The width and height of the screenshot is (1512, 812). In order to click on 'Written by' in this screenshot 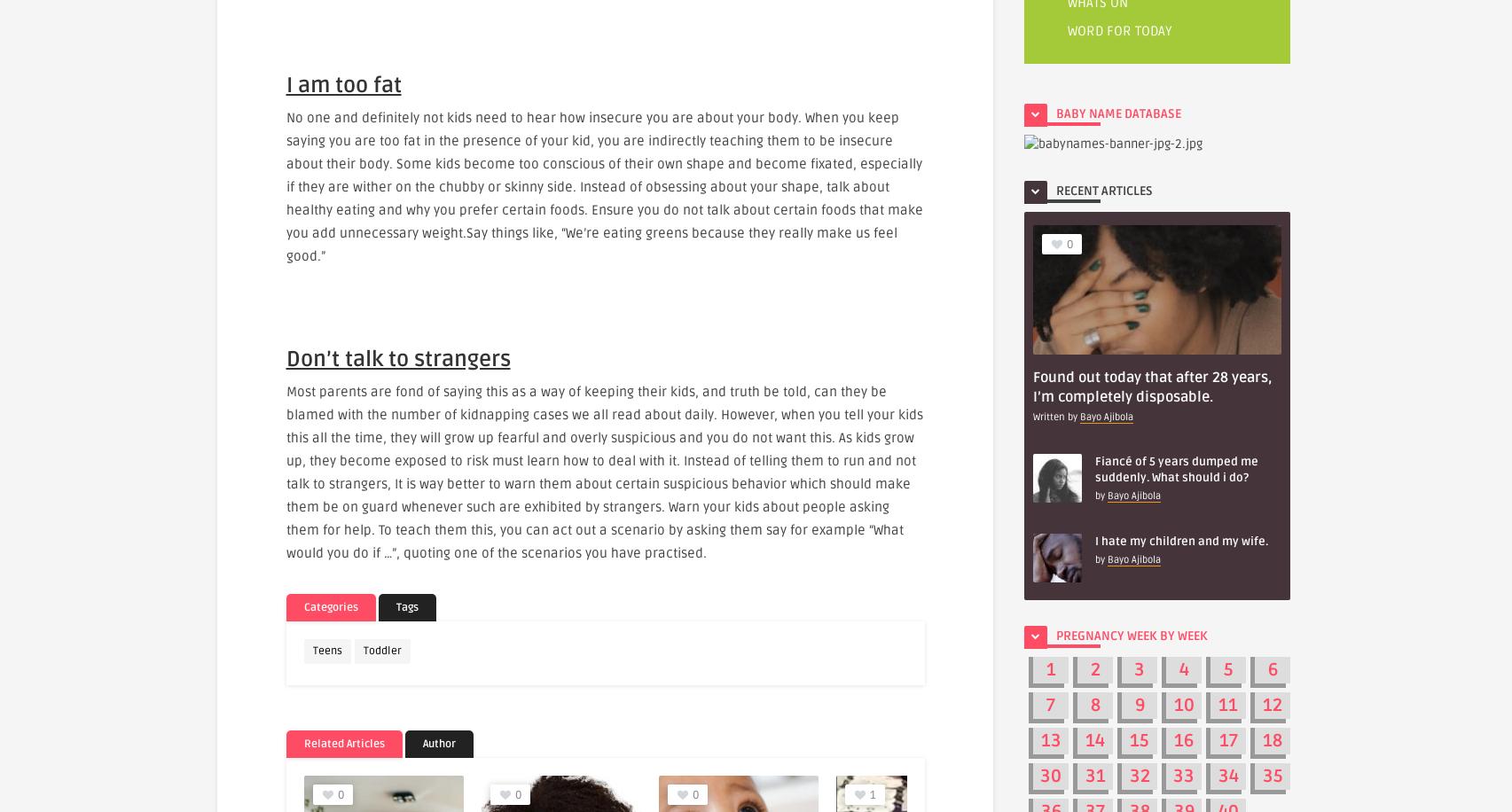, I will do `click(1056, 416)`.